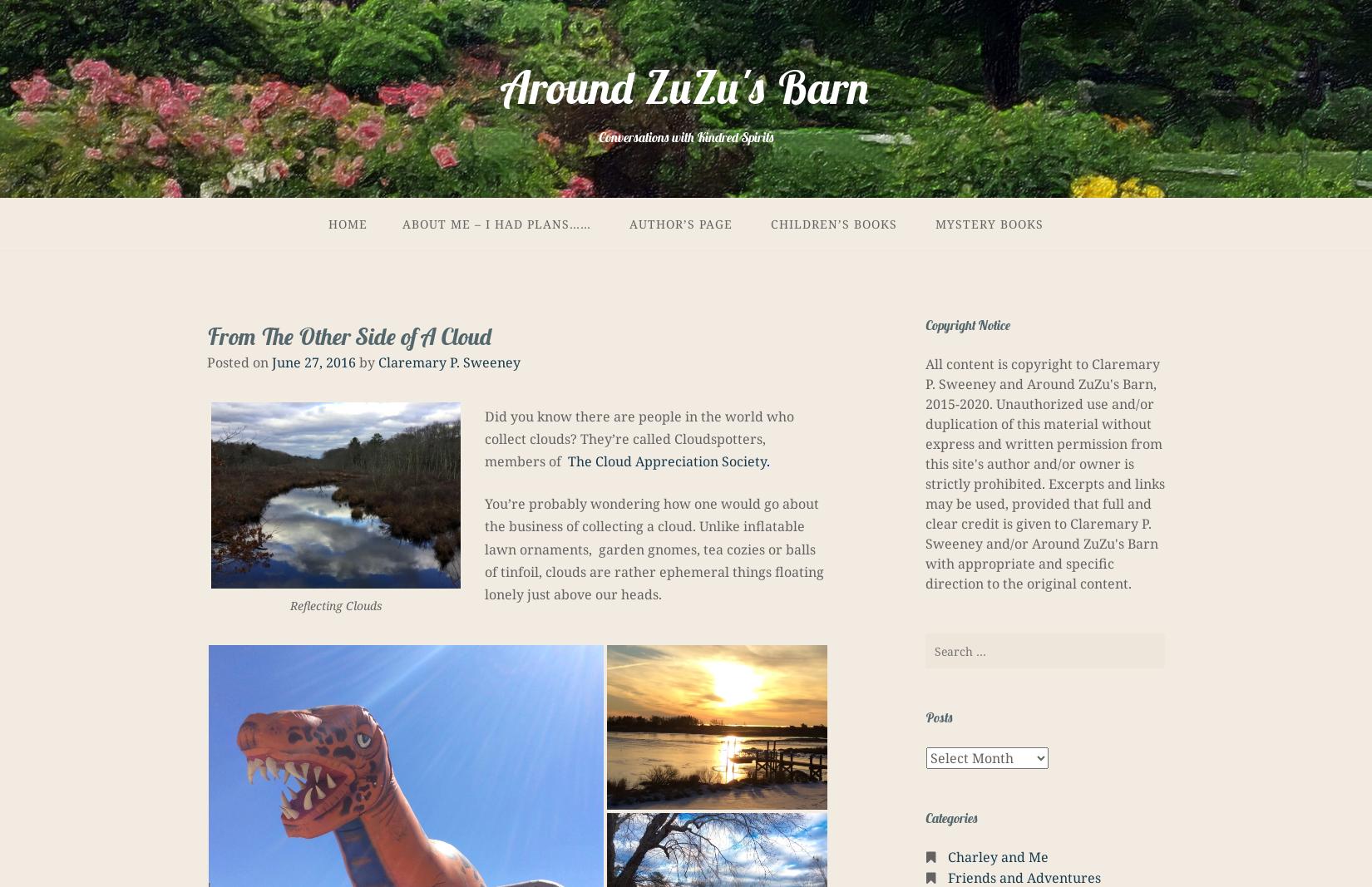 This screenshot has width=1372, height=887. Describe the element at coordinates (998, 857) in the screenshot. I see `'Charley and Me'` at that location.